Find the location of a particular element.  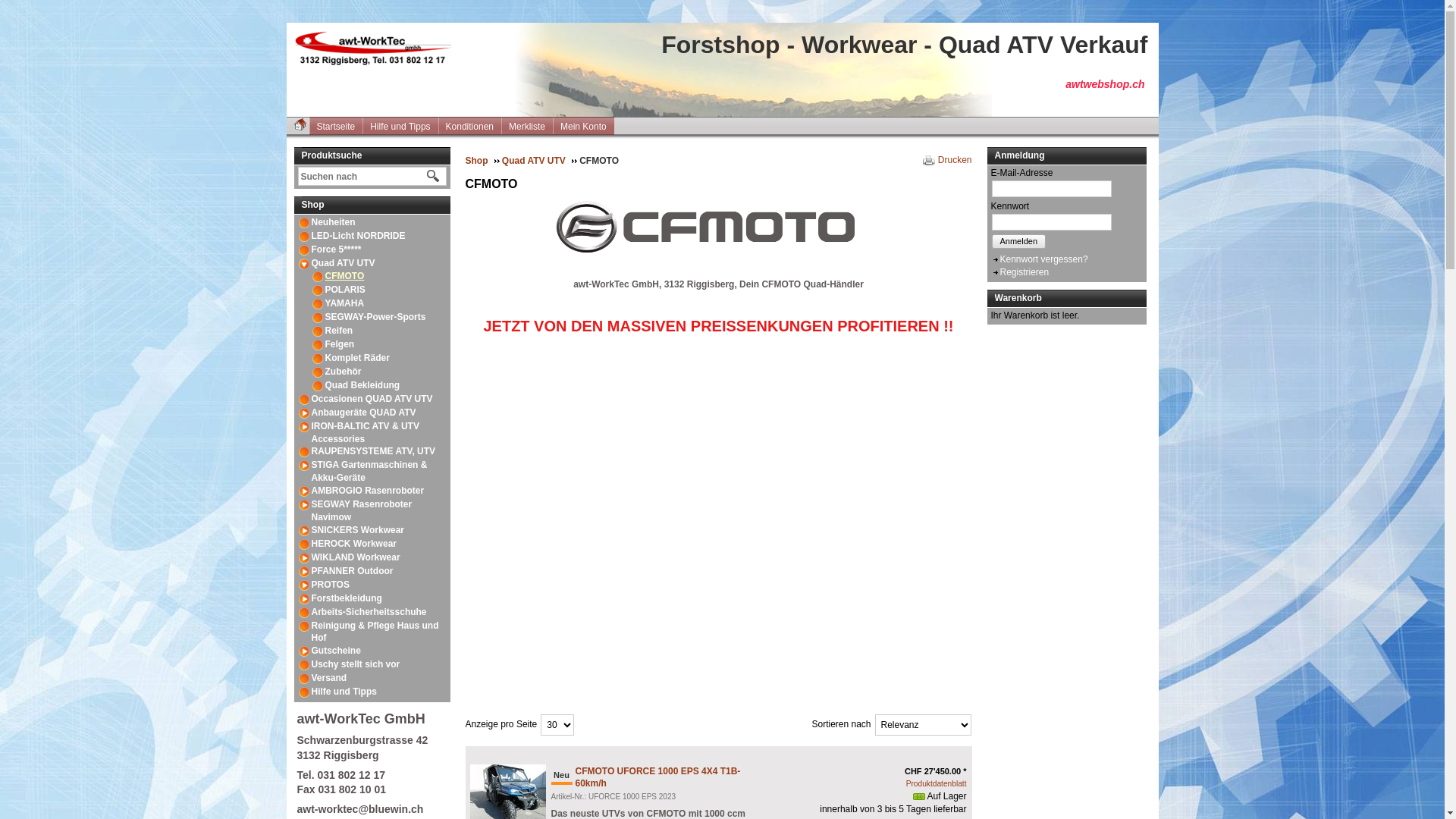

'POLARIS' is located at coordinates (344, 289).